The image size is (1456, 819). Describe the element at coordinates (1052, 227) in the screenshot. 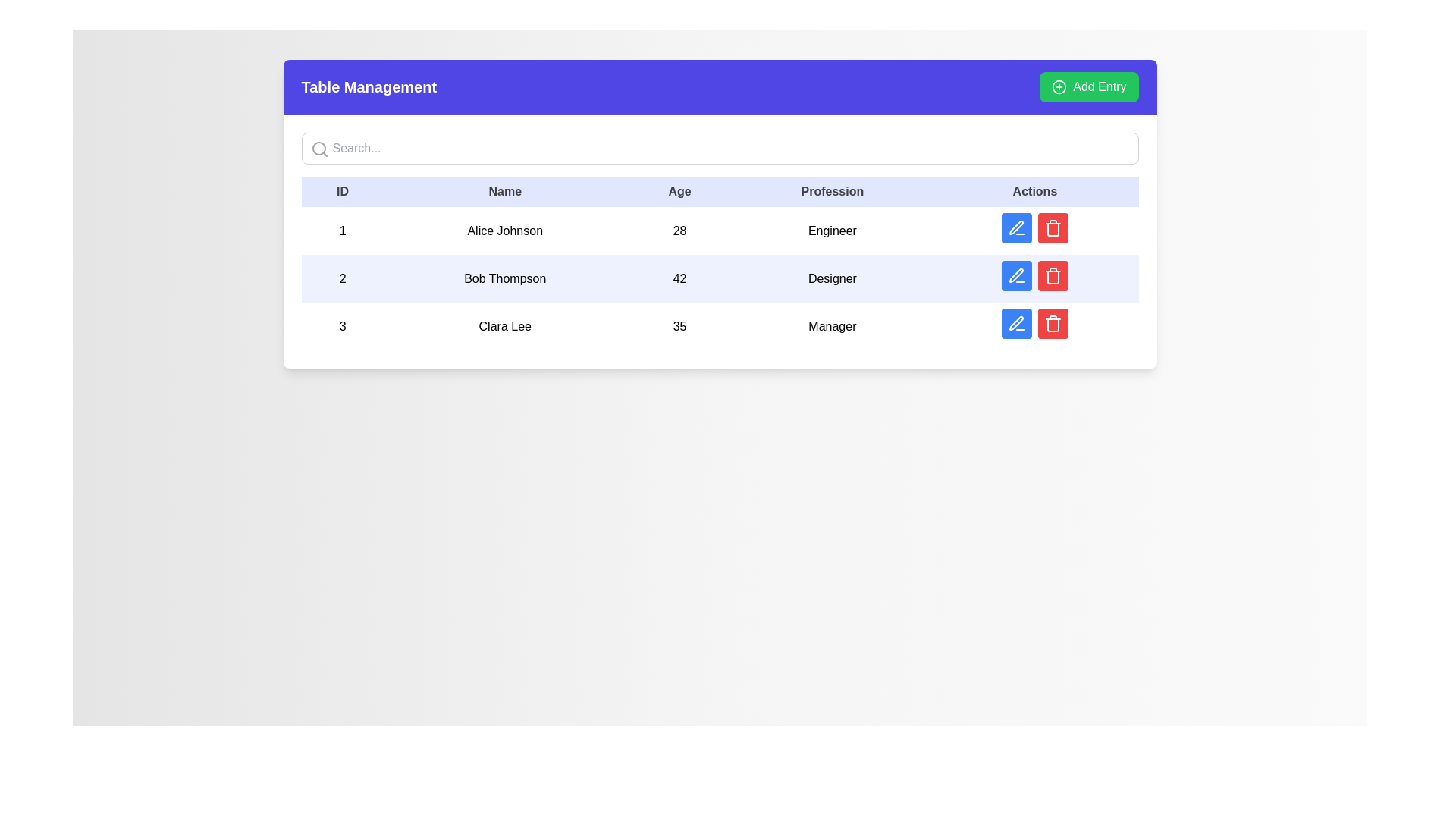

I see `the icon button with a trash can design indicating a delete action, located in the 'Actions' column of the second row in a table` at that location.